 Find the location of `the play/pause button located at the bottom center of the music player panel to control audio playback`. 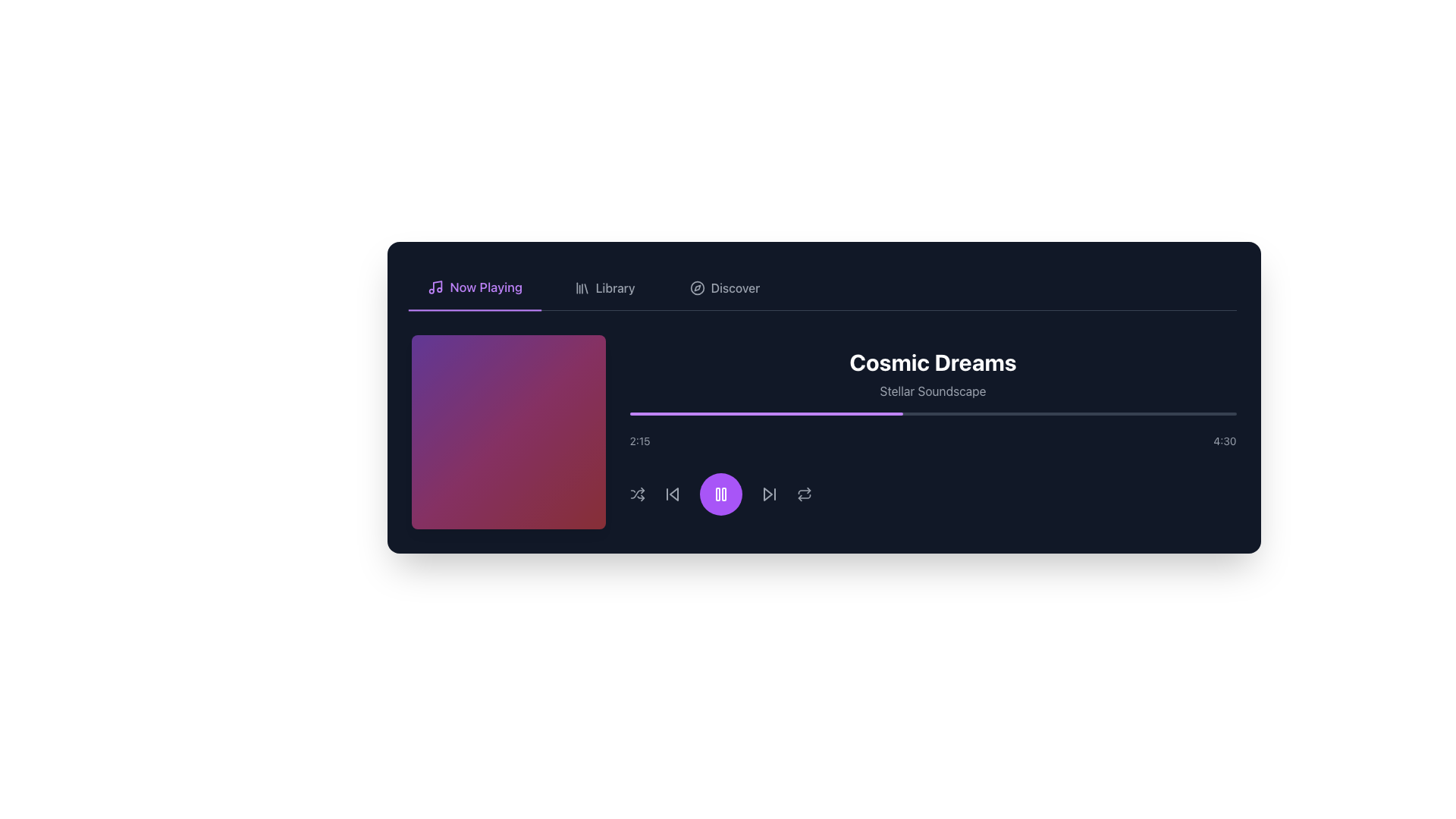

the play/pause button located at the bottom center of the music player panel to control audio playback is located at coordinates (720, 494).